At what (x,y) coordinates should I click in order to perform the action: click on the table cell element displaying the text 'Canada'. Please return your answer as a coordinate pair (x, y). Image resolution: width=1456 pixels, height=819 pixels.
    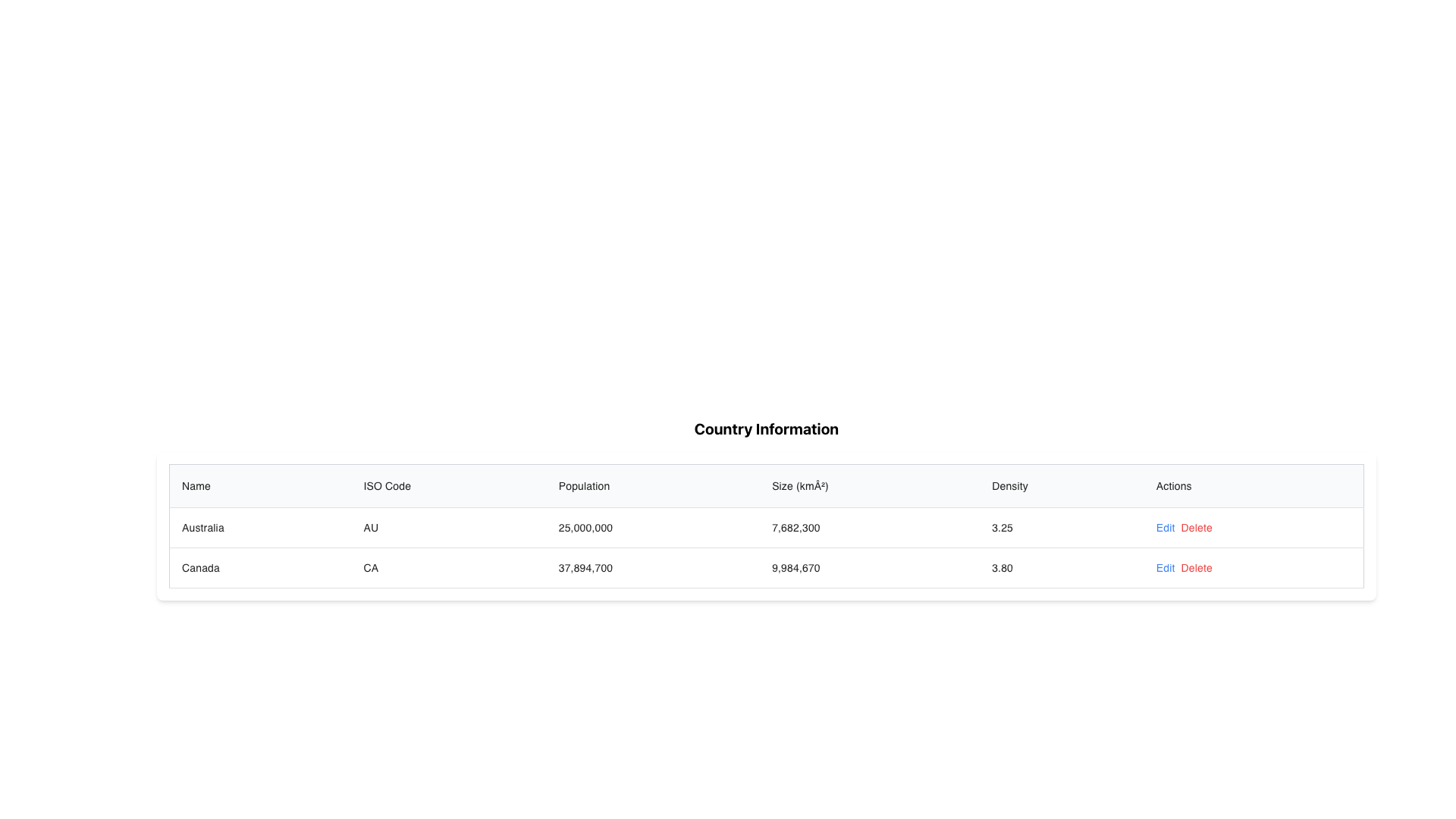
    Looking at the image, I should click on (260, 567).